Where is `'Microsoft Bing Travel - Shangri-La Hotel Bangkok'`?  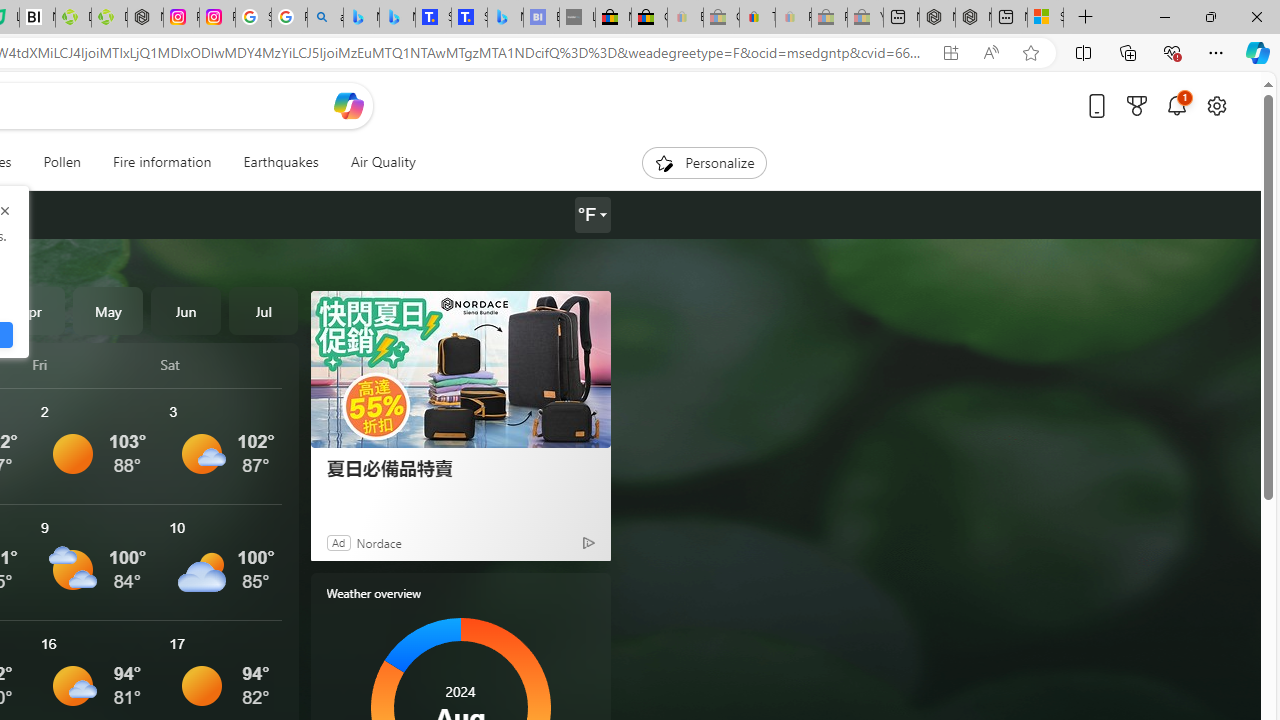
'Microsoft Bing Travel - Shangri-La Hotel Bangkok' is located at coordinates (505, 17).